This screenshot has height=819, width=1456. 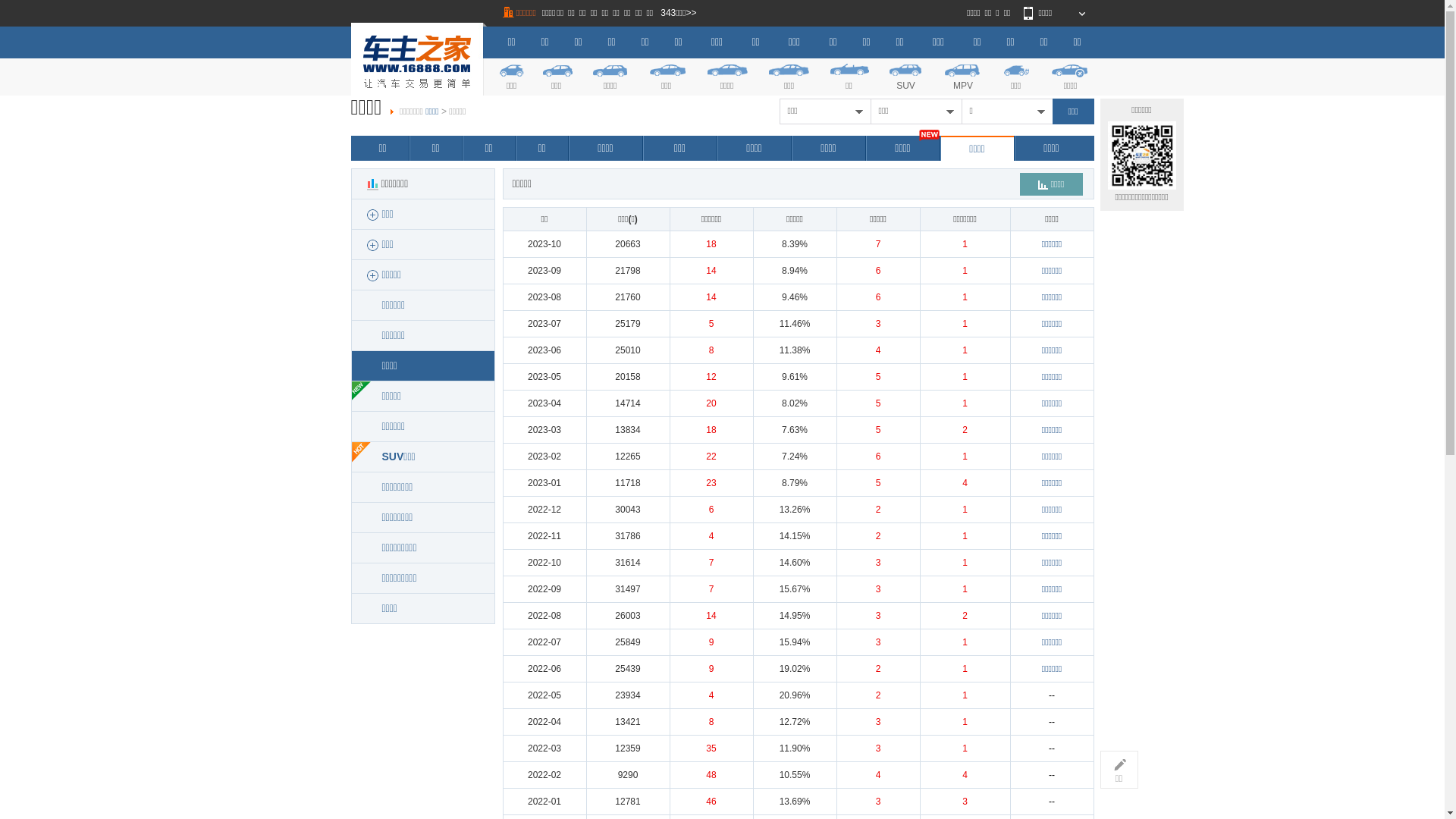 What do you see at coordinates (876, 535) in the screenshot?
I see `'2'` at bounding box center [876, 535].